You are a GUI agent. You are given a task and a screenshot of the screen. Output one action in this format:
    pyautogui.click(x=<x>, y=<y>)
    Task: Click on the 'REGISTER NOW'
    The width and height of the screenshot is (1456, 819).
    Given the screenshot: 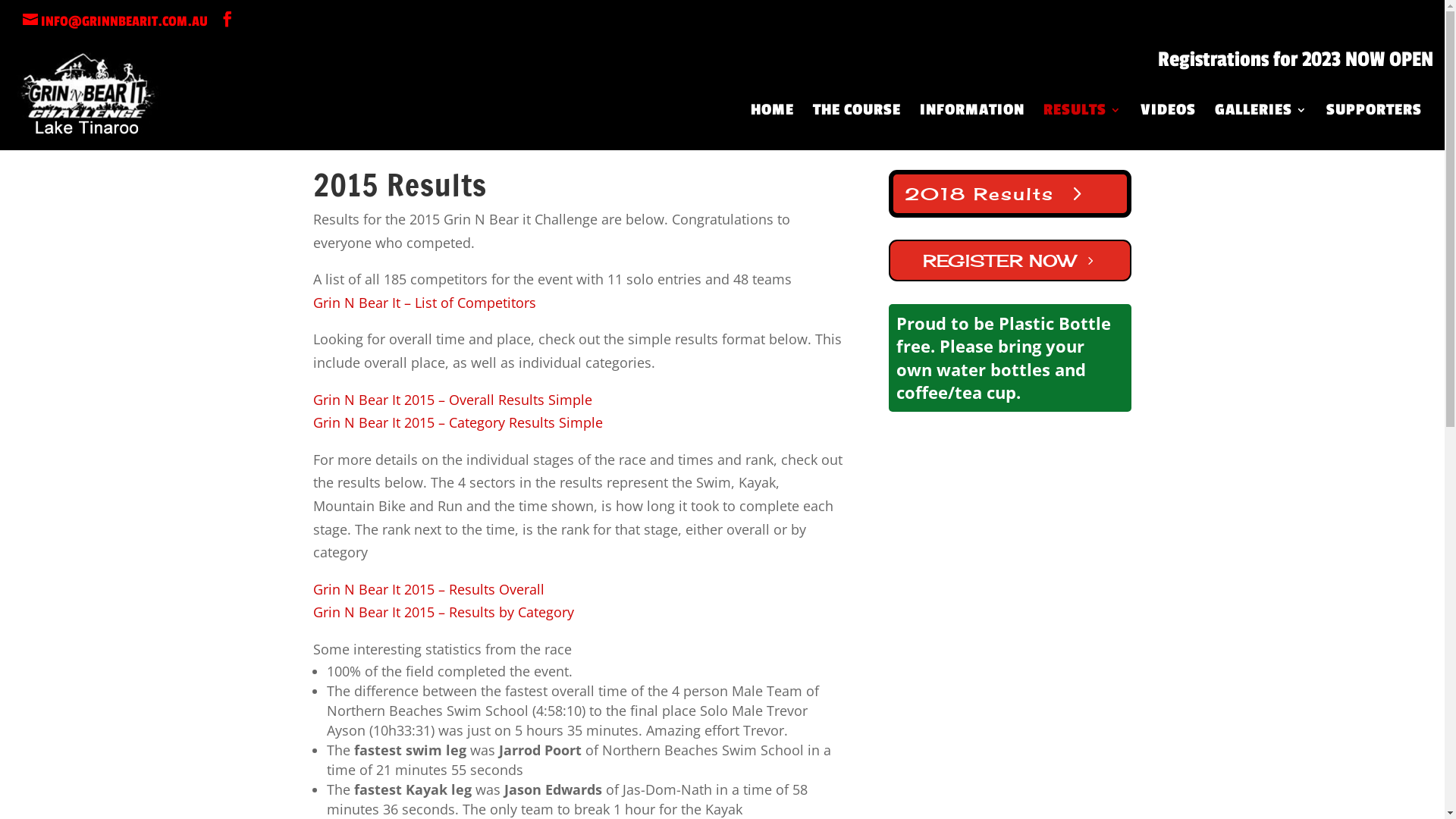 What is the action you would take?
    pyautogui.click(x=1010, y=259)
    